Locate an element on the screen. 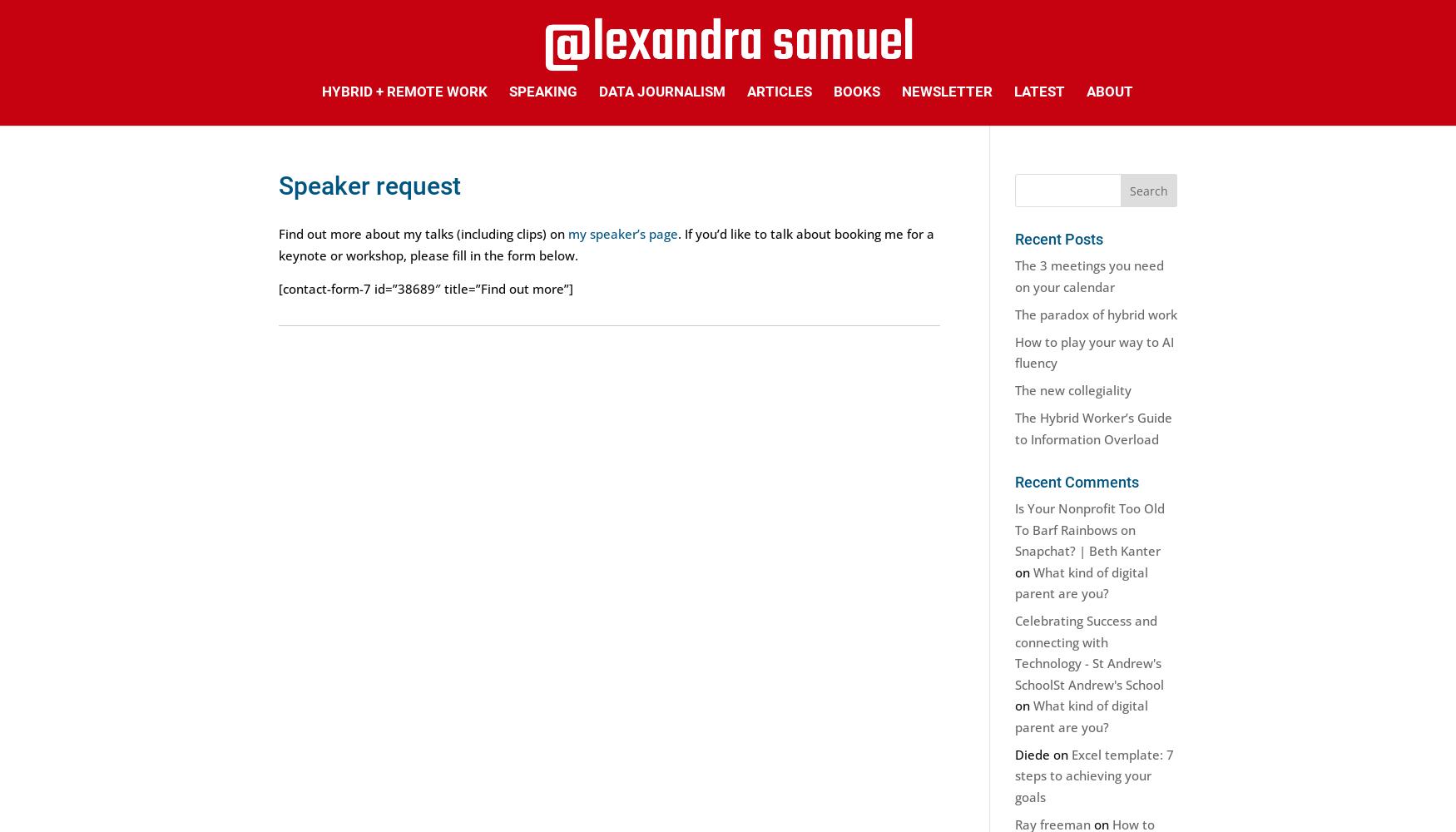 This screenshot has width=1456, height=832. 'Is Your Nonprofit Too Old To Barf Rainbows on Snapchat? | Beth Kanter' is located at coordinates (1088, 529).